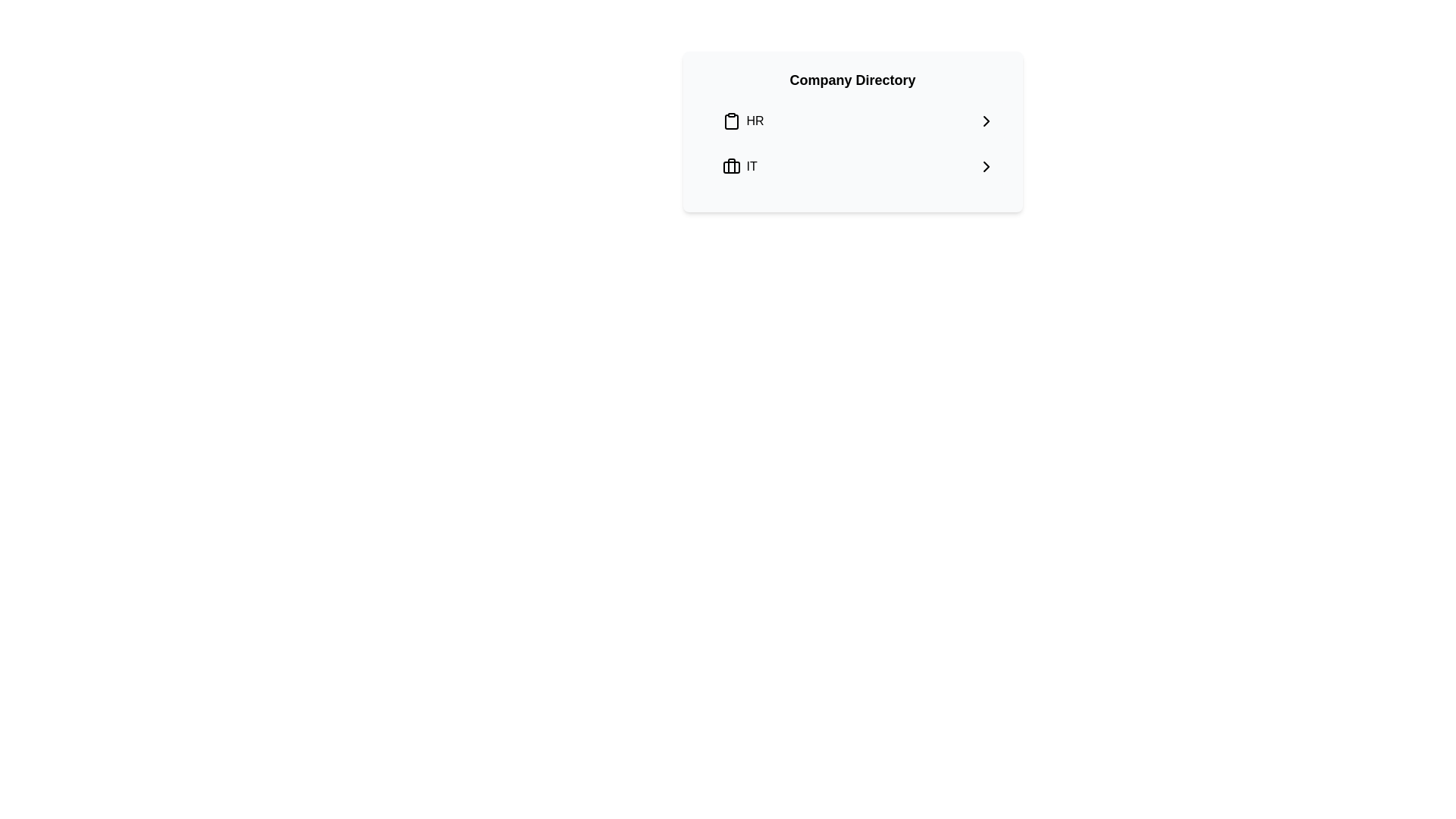  I want to click on the list item representing the 'IT' department in the 'Company Directory' panel, so click(739, 166).